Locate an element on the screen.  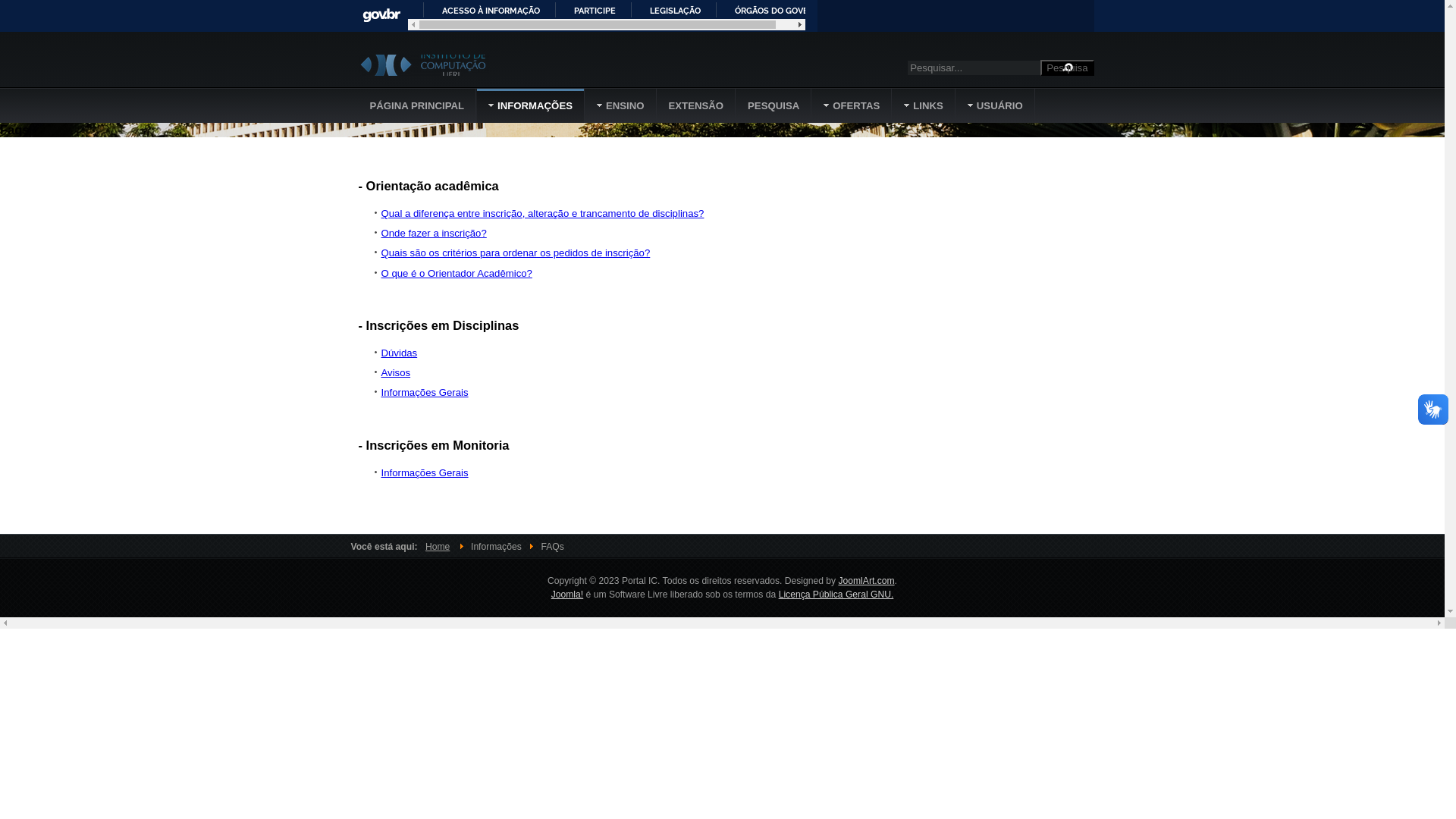
'Portal IC' is located at coordinates (356, 64).